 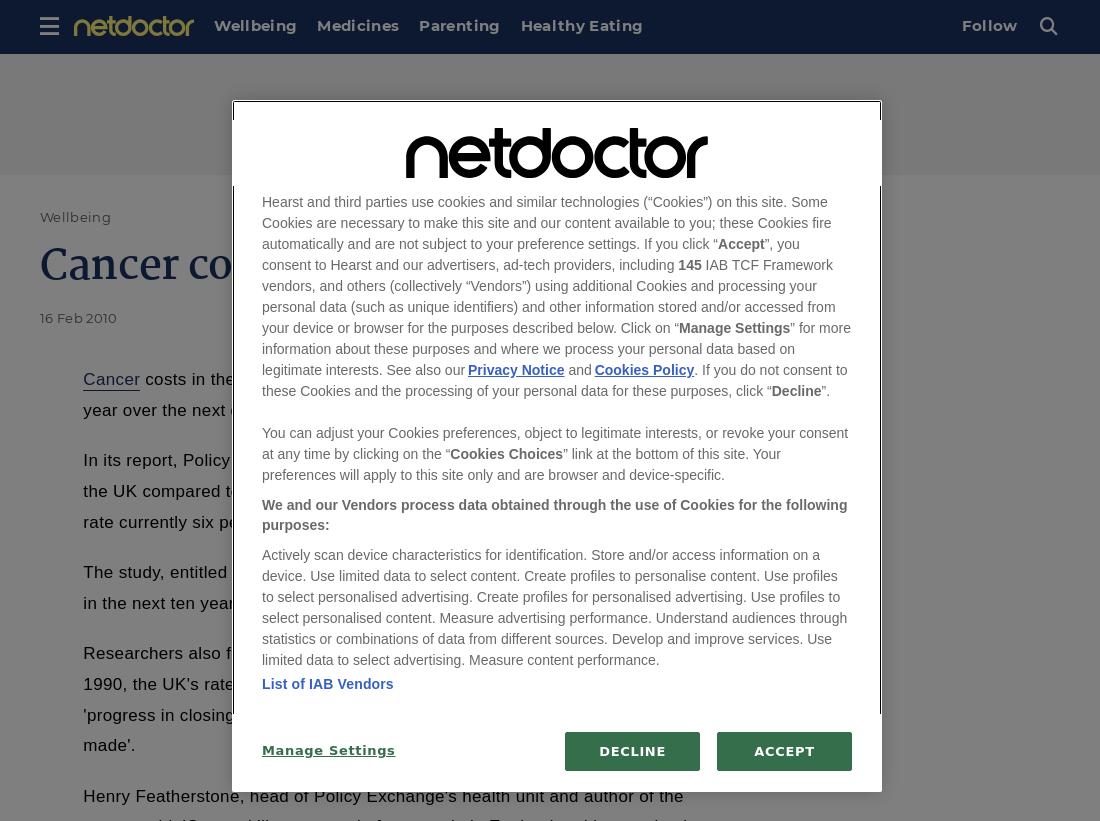 What do you see at coordinates (580, 24) in the screenshot?
I see `'Healthy Eating'` at bounding box center [580, 24].